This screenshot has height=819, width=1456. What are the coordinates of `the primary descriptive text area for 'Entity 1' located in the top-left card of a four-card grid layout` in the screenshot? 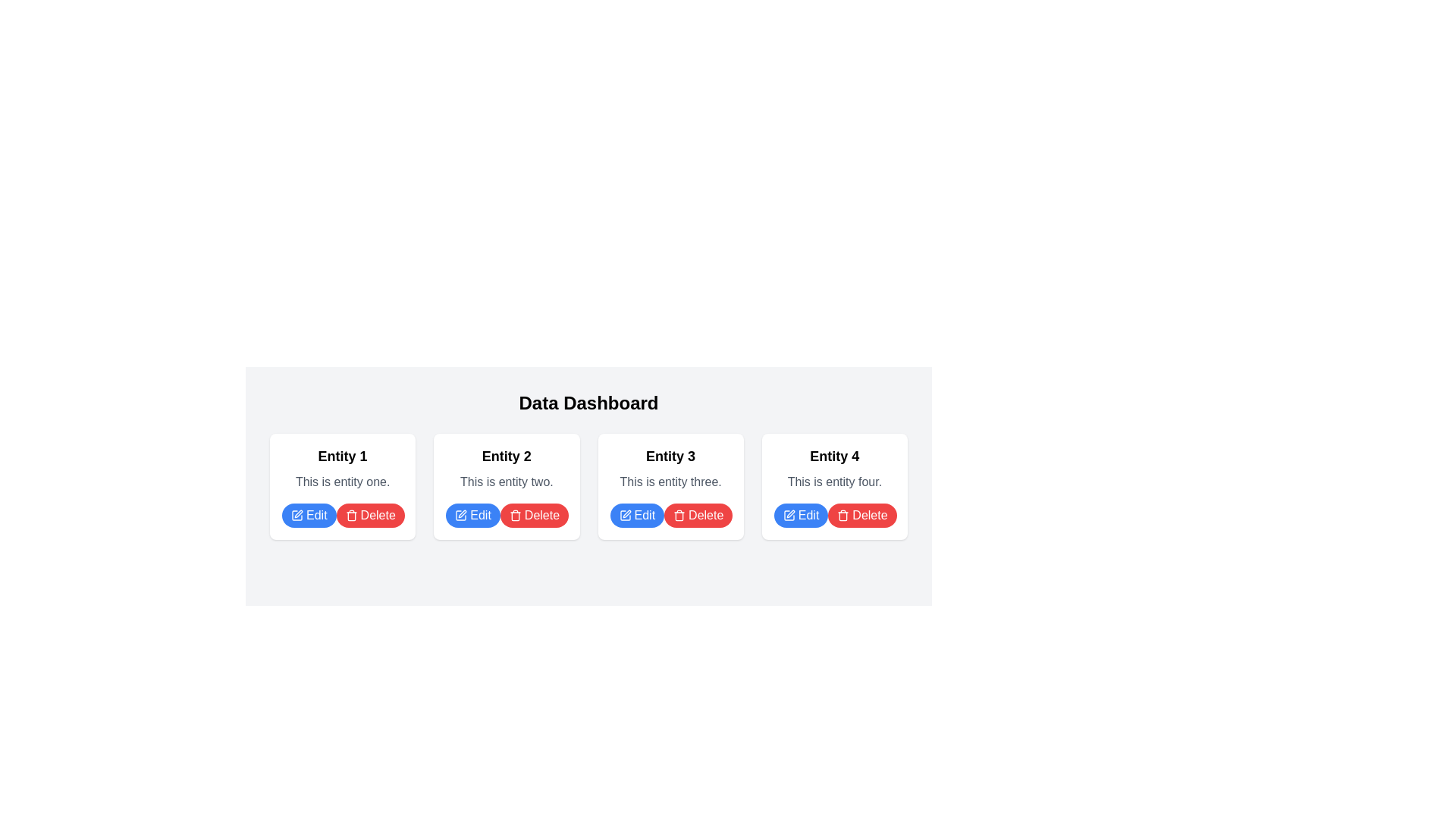 It's located at (342, 467).